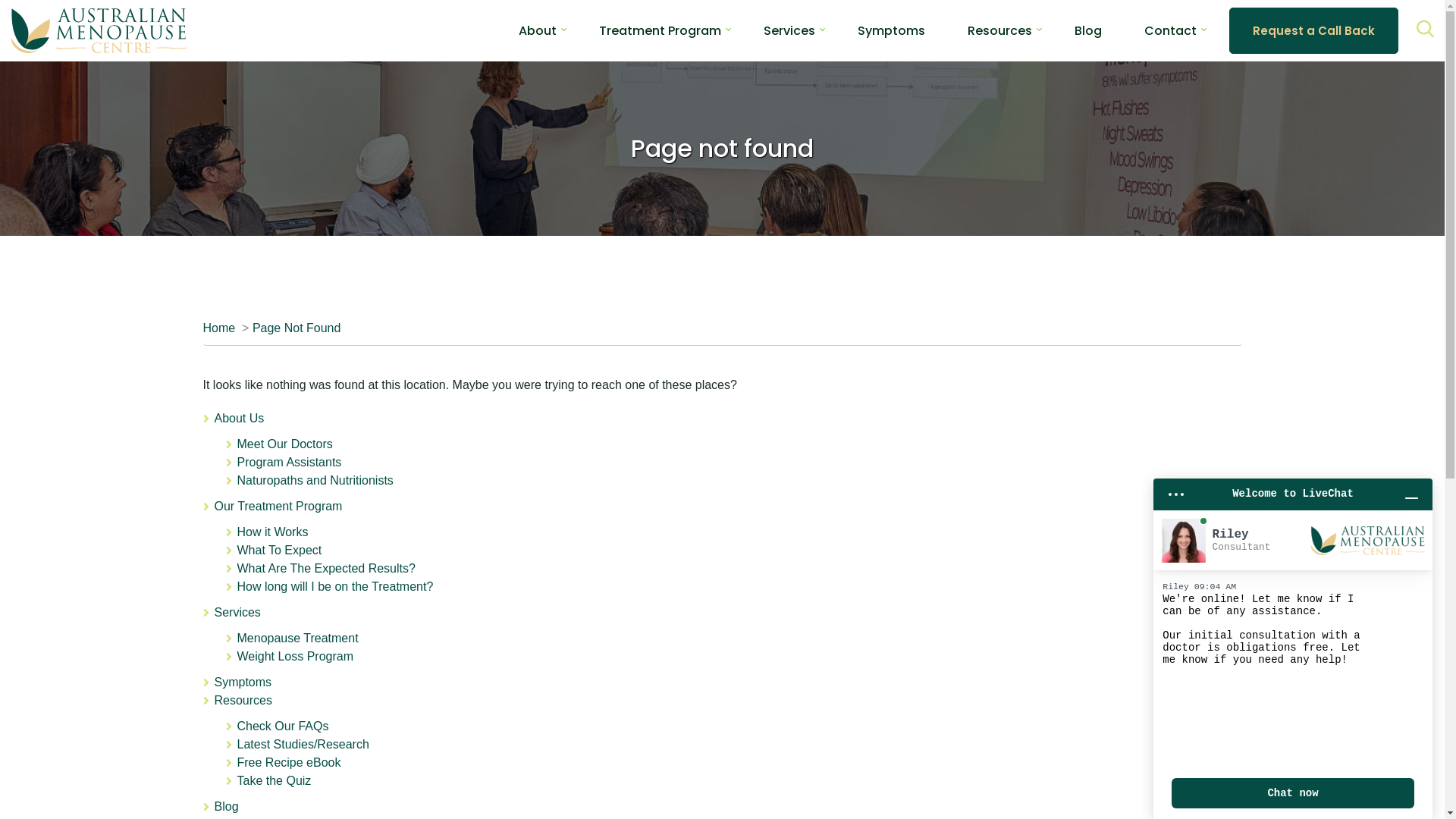  What do you see at coordinates (284, 444) in the screenshot?
I see `'Meet Our Doctors'` at bounding box center [284, 444].